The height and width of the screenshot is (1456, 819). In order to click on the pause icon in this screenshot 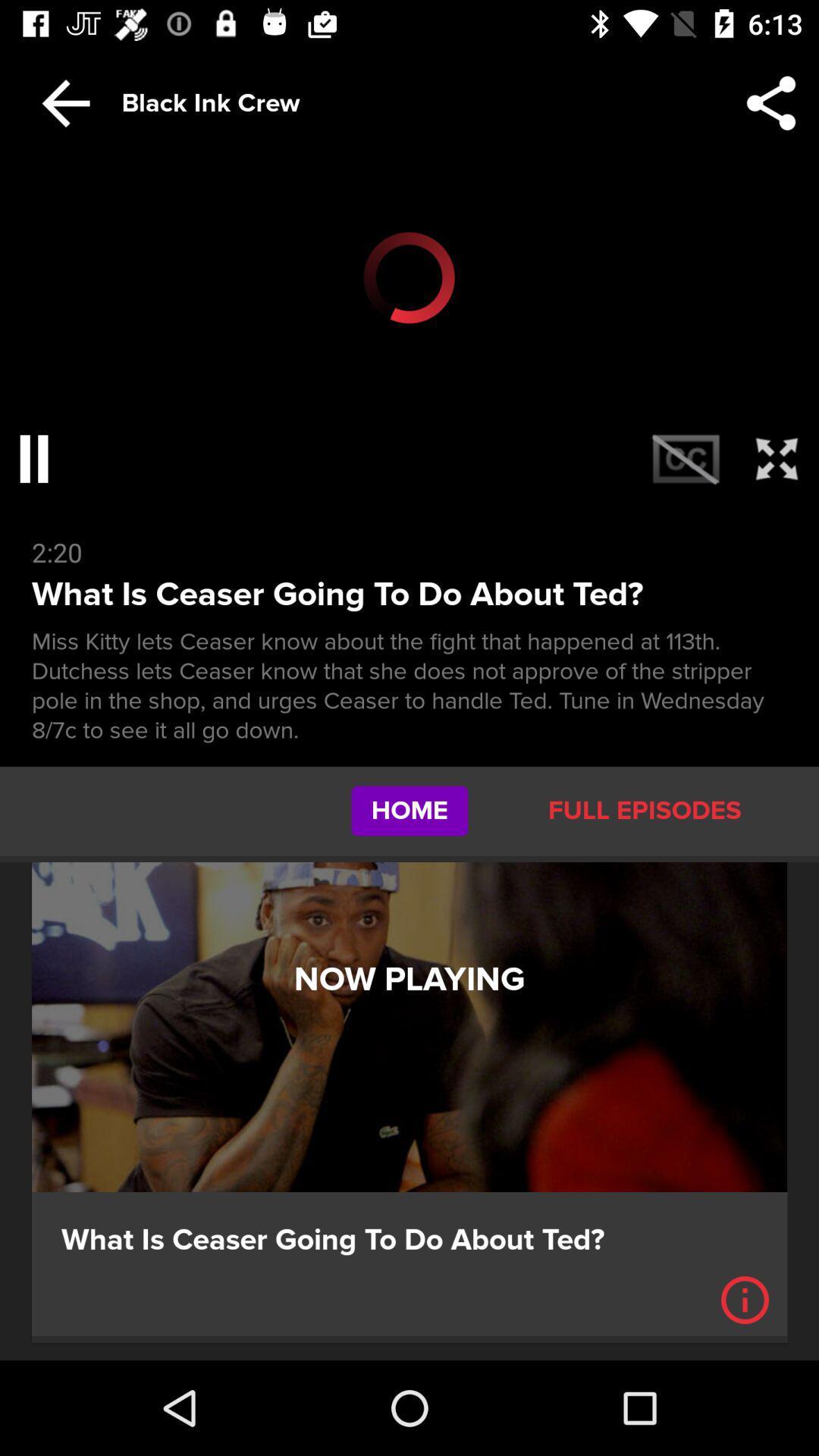, I will do `click(34, 457)`.